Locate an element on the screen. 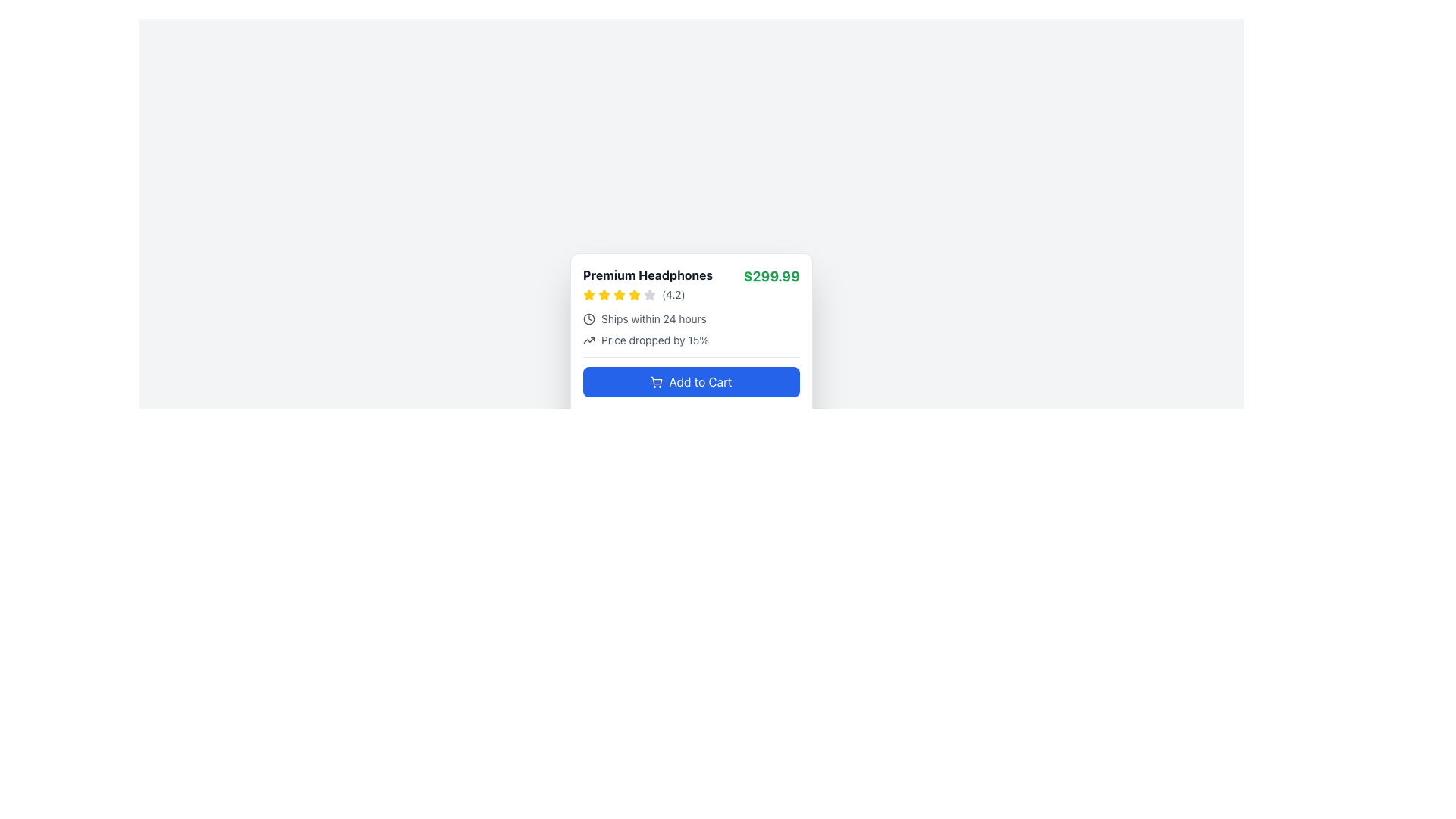 This screenshot has width=1456, height=819. the price drop icon located to the left of the 'Price dropped by 15%' text to interact with the associated text is located at coordinates (588, 339).